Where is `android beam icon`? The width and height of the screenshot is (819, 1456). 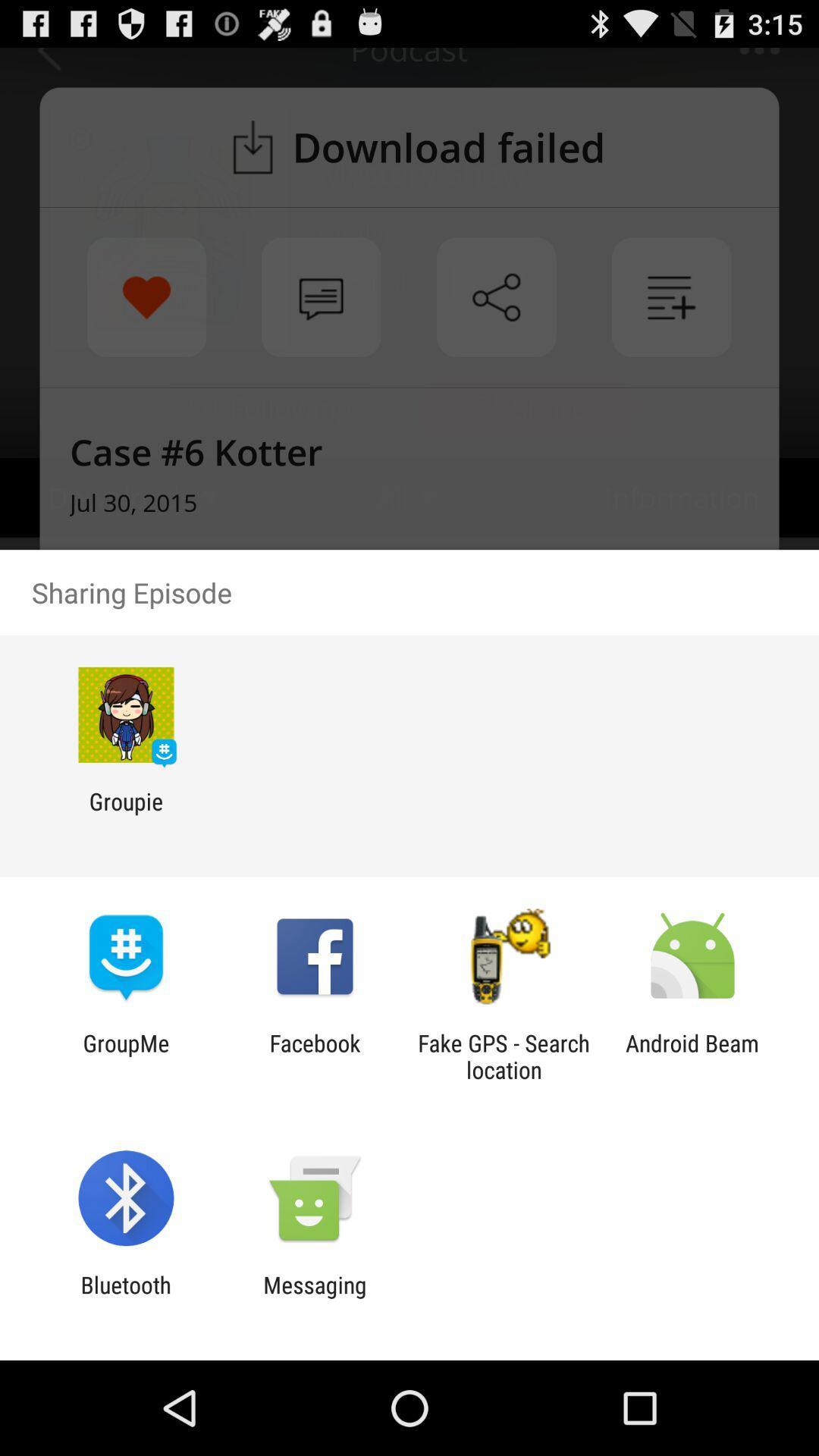 android beam icon is located at coordinates (692, 1056).